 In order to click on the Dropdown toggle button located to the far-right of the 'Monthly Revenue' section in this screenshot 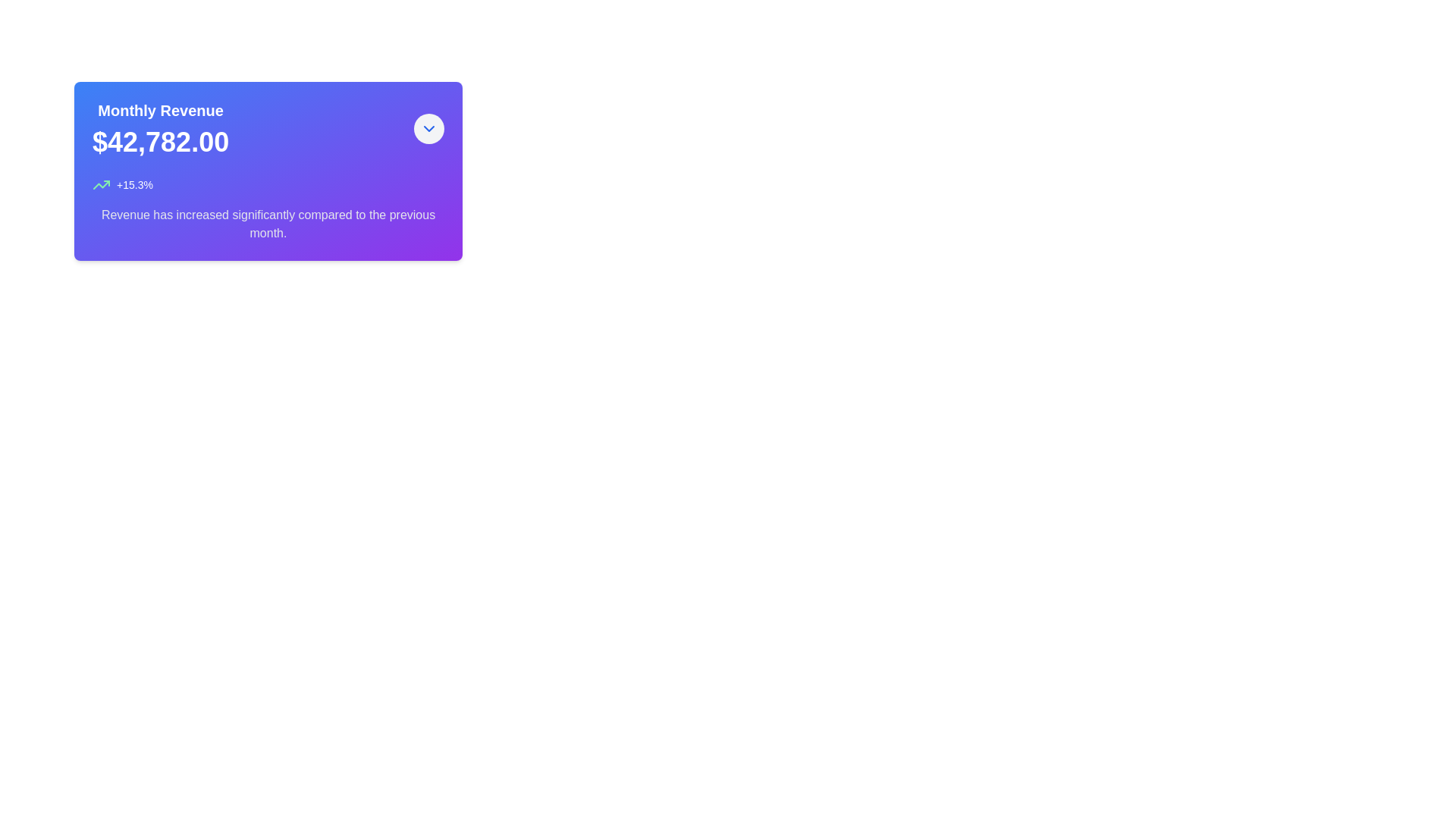, I will do `click(428, 127)`.